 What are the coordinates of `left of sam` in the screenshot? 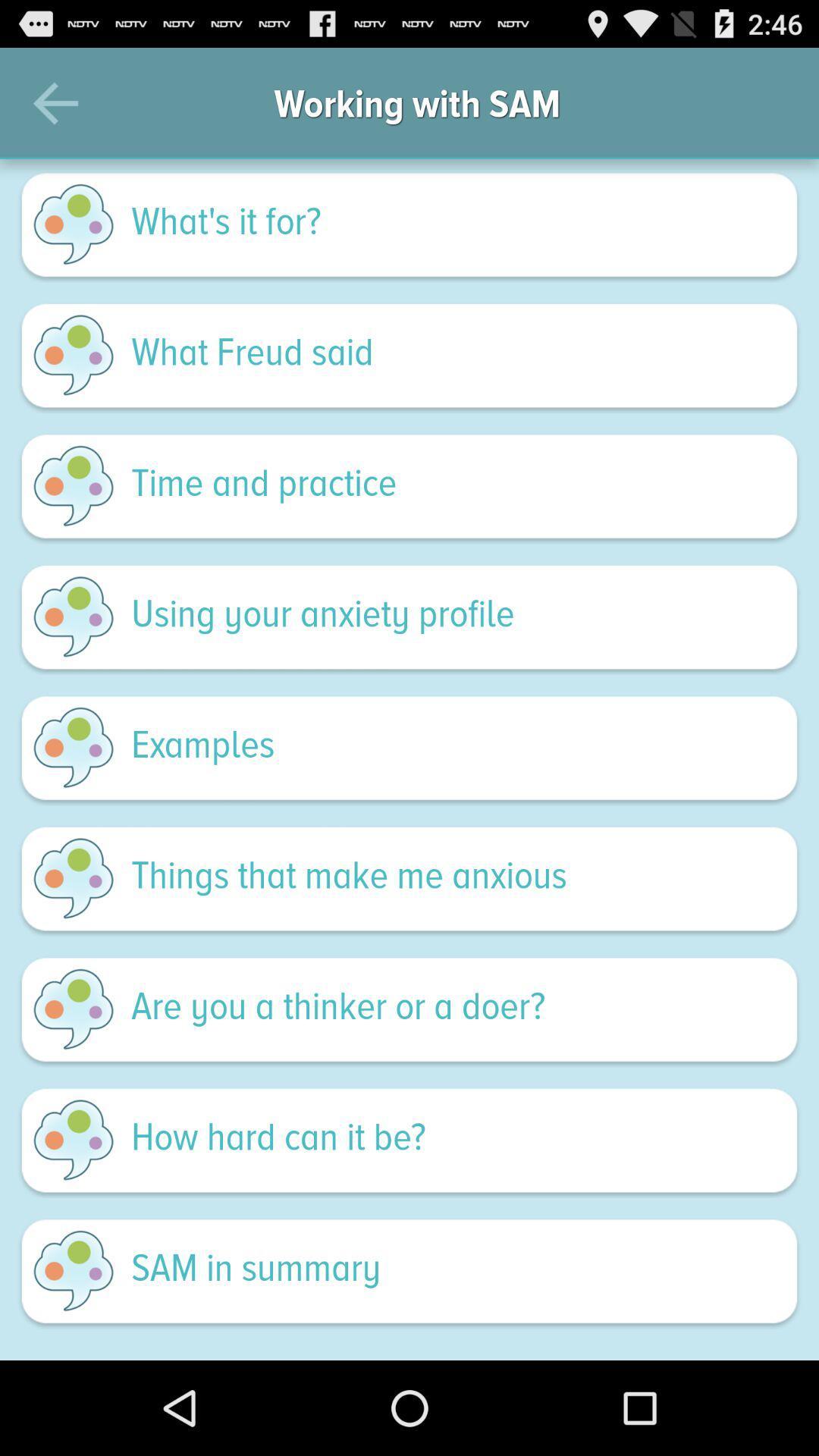 It's located at (73, 1271).